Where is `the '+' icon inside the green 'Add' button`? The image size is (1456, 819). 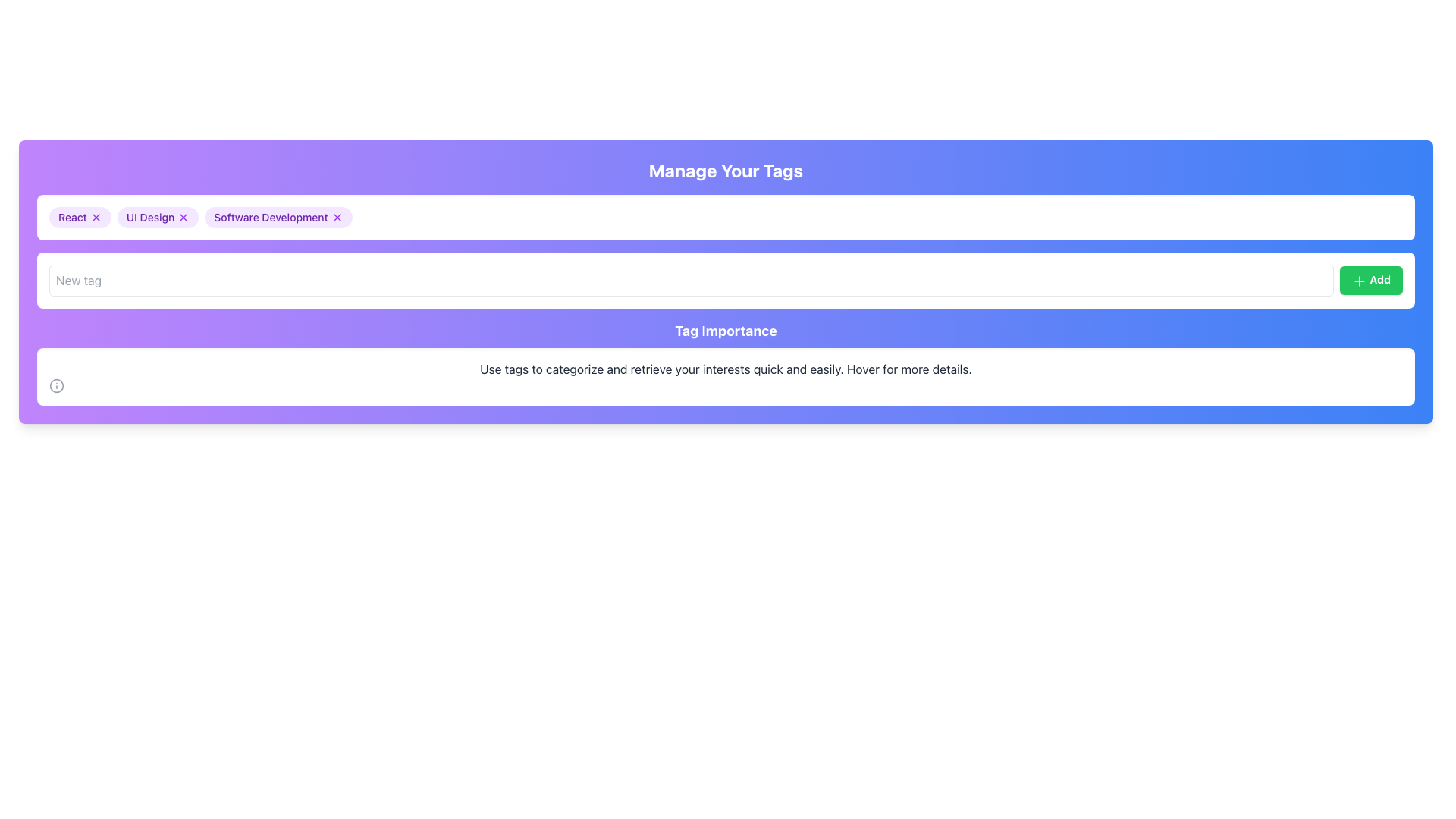
the '+' icon inside the green 'Add' button is located at coordinates (1359, 281).